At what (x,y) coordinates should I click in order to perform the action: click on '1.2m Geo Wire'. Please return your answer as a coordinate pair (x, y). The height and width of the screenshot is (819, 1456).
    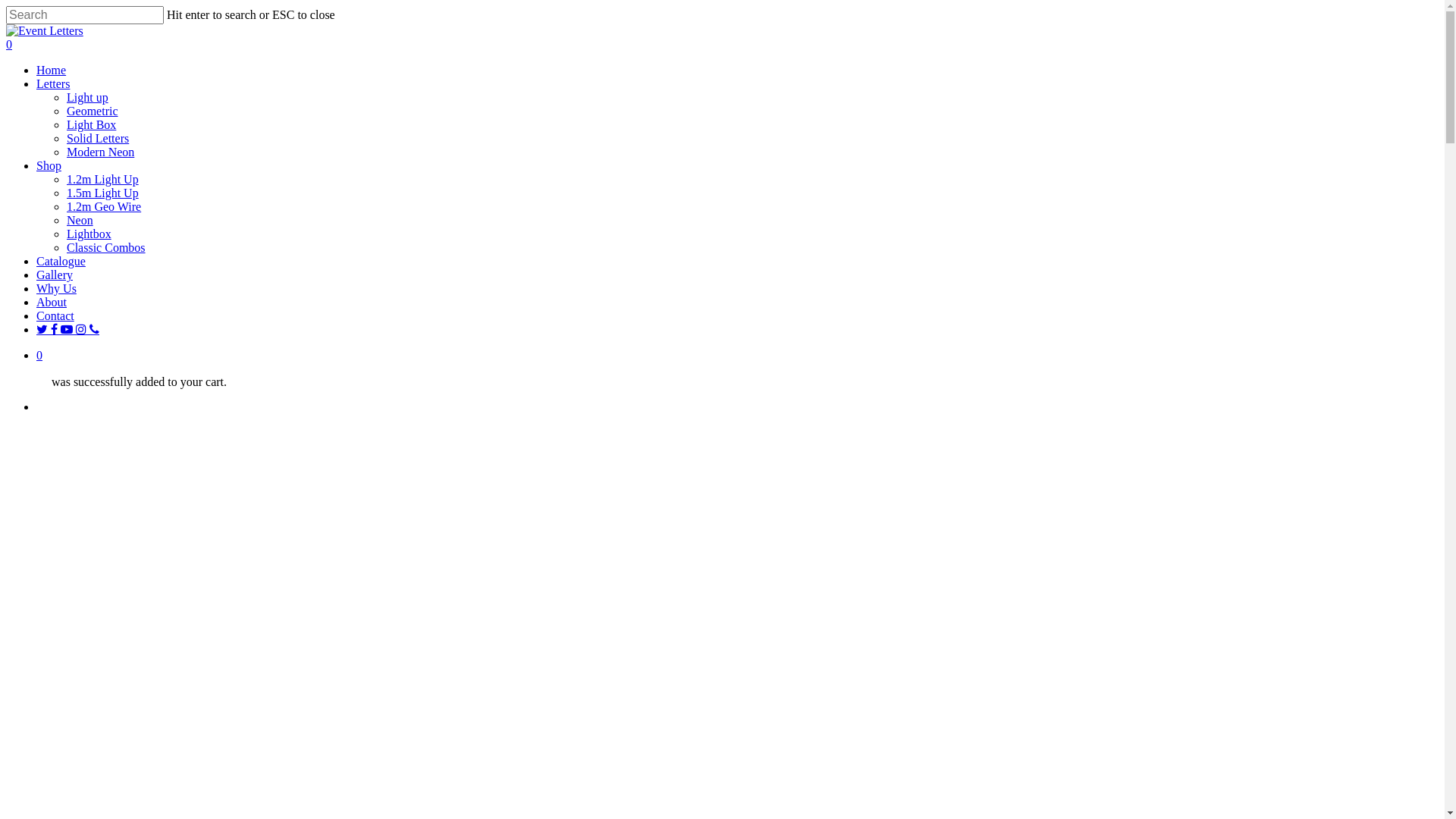
    Looking at the image, I should click on (65, 206).